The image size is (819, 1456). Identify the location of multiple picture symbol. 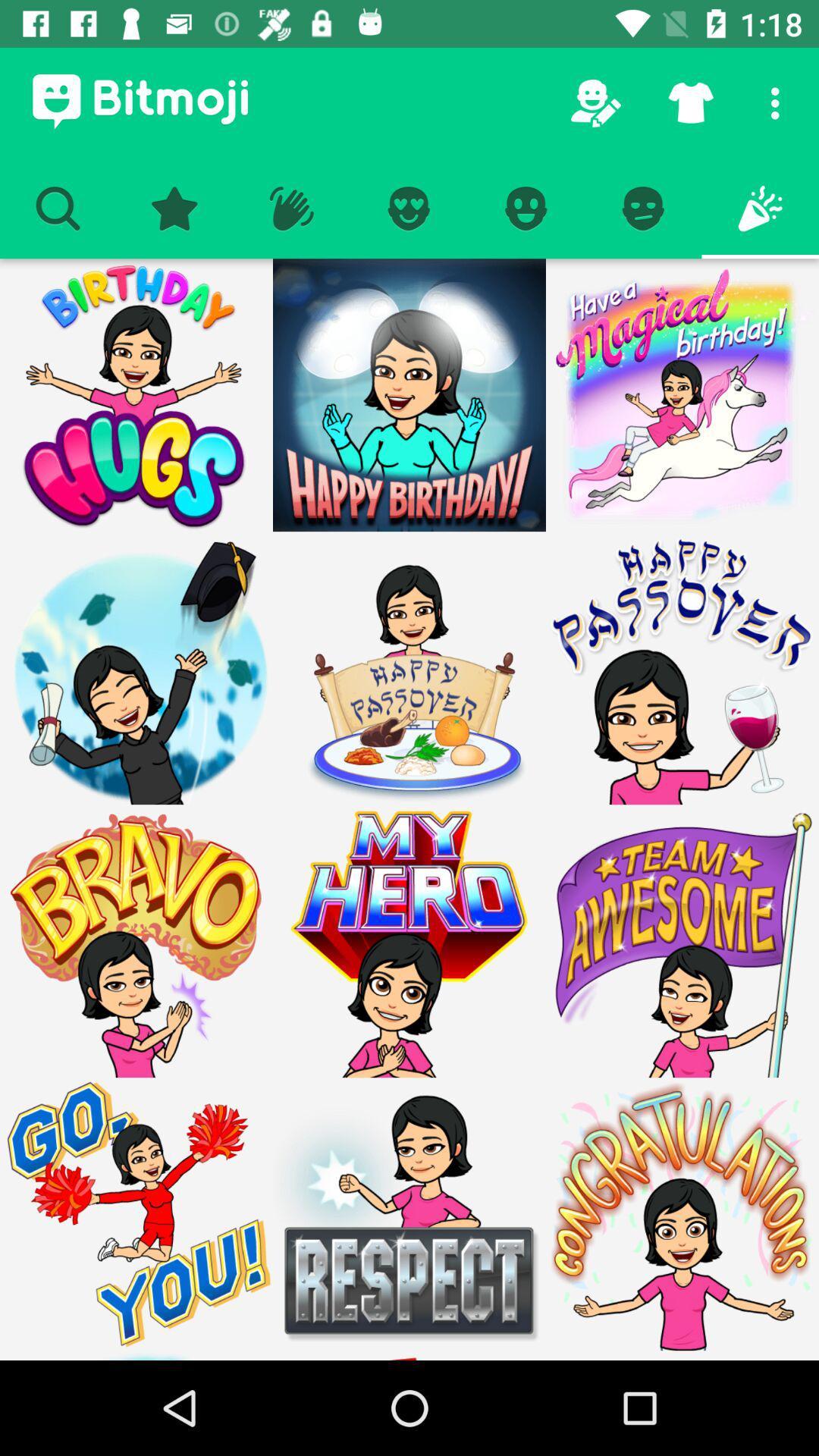
(136, 1214).